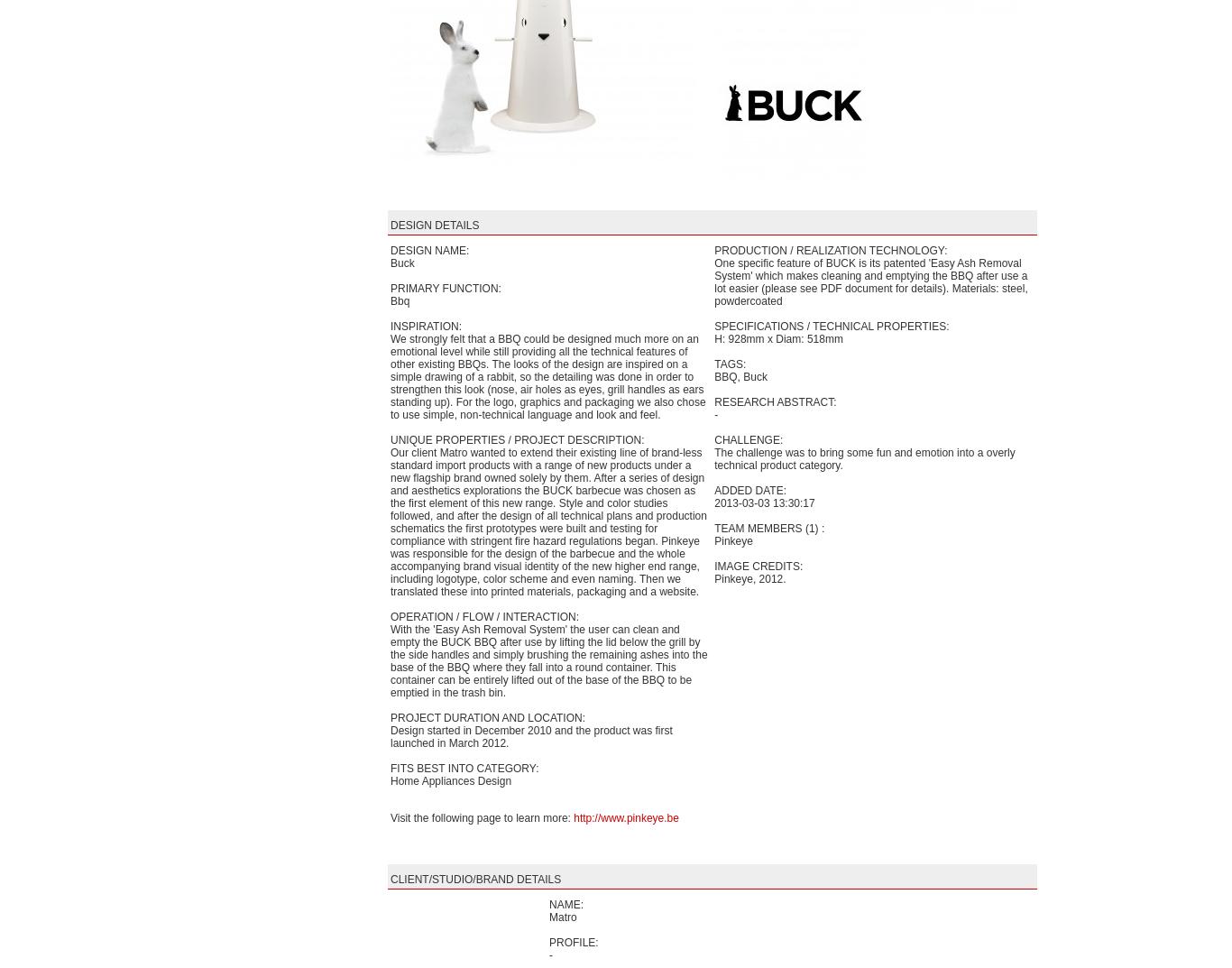 Image resolution: width=1232 pixels, height=968 pixels. What do you see at coordinates (573, 942) in the screenshot?
I see `'PROFILE:'` at bounding box center [573, 942].